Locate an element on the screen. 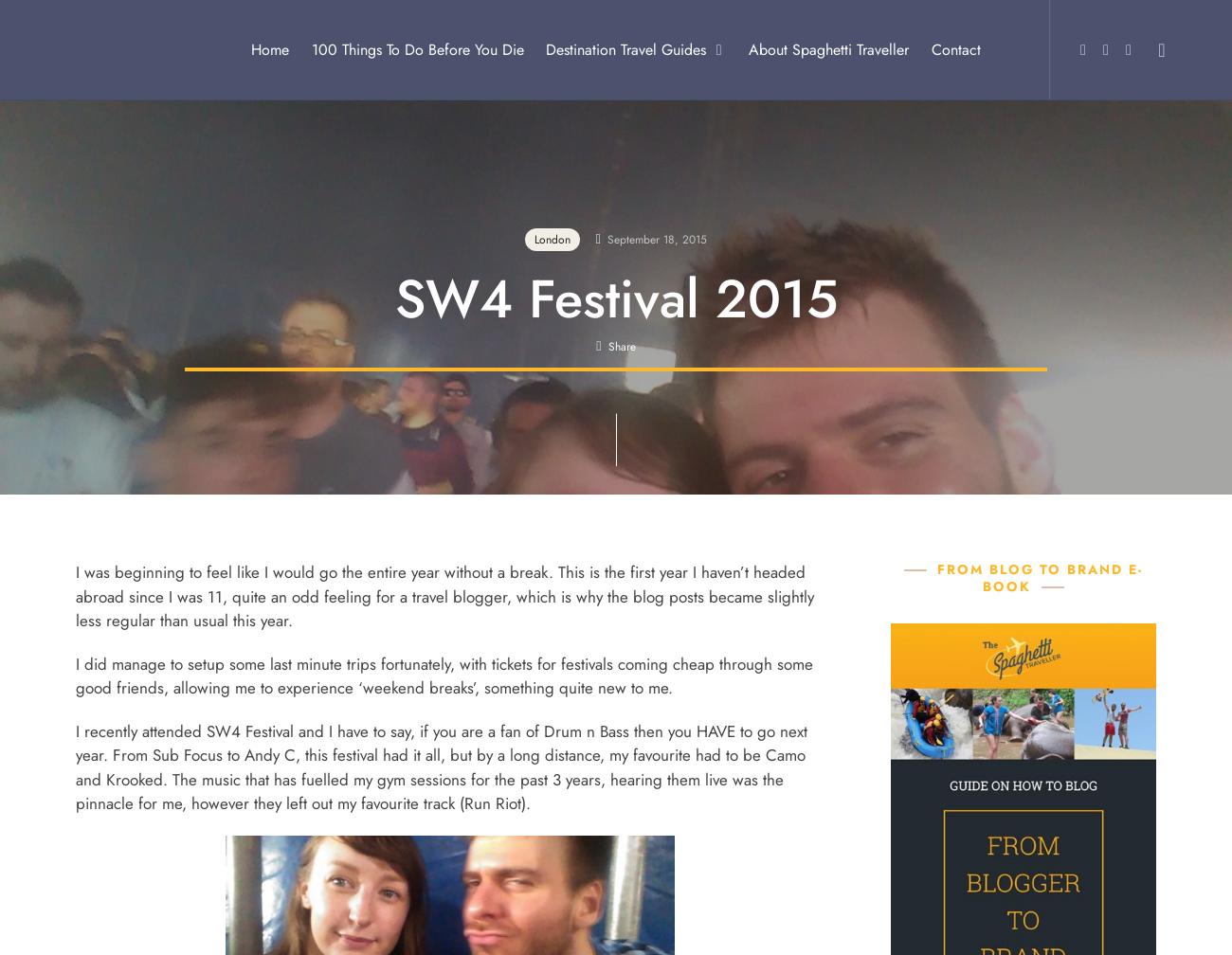 The height and width of the screenshot is (955, 1232). 'Finland' is located at coordinates (498, 745).